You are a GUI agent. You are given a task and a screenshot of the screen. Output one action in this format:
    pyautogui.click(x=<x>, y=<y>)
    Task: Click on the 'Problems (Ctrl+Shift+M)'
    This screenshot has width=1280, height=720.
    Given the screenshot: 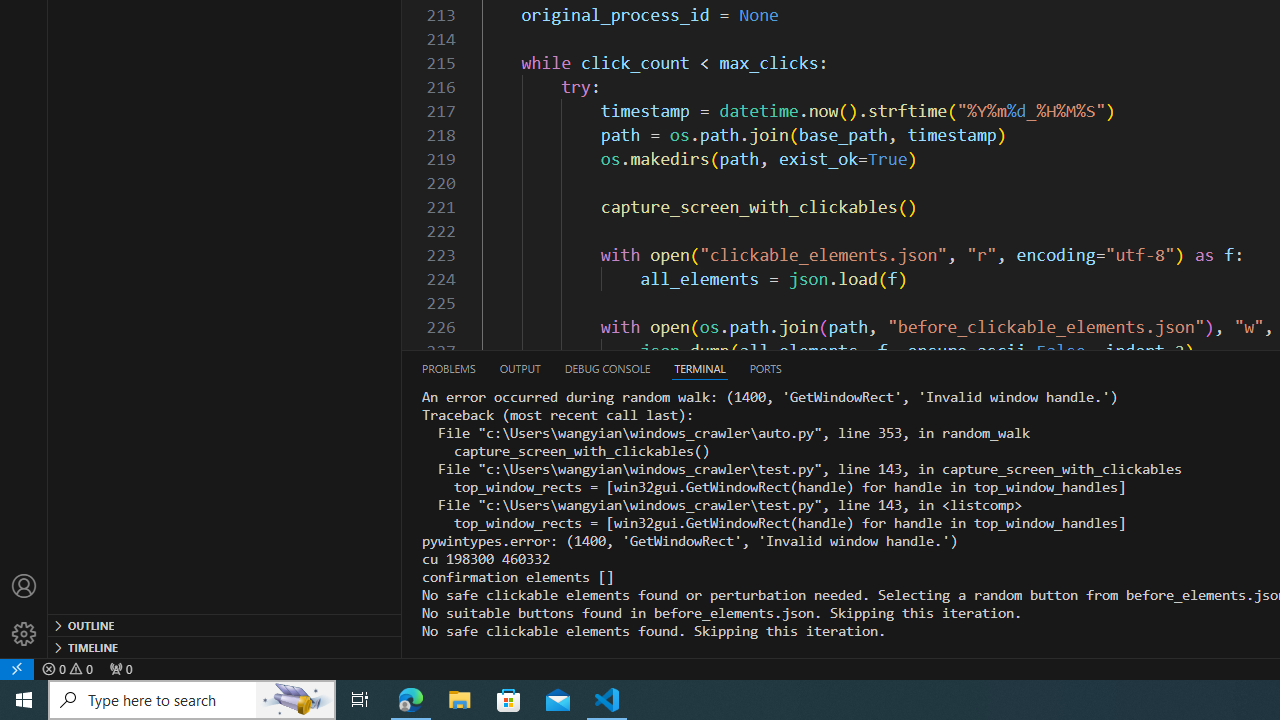 What is the action you would take?
    pyautogui.click(x=447, y=368)
    